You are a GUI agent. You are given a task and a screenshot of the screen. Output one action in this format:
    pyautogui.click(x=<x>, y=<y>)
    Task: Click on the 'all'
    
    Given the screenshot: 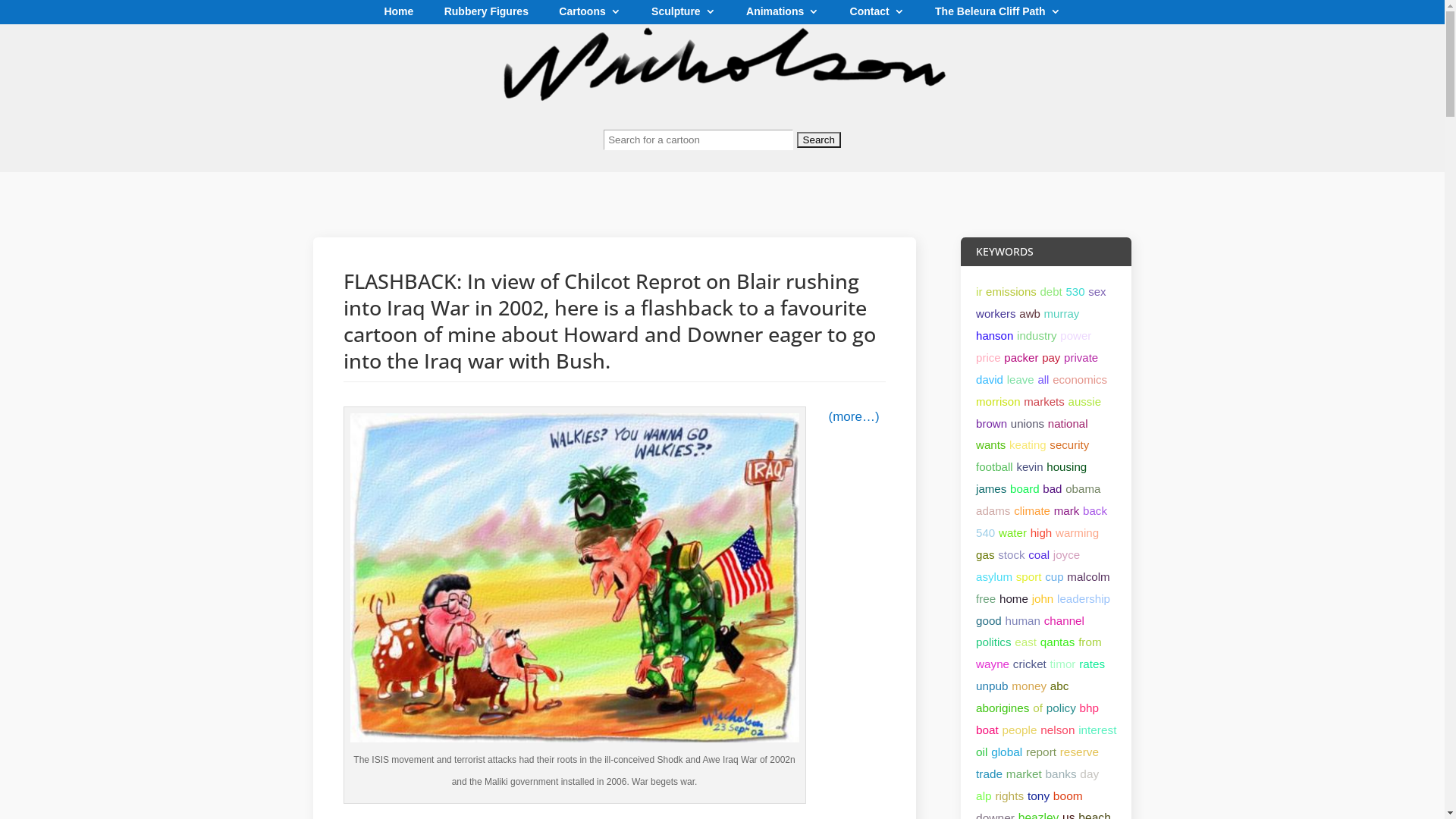 What is the action you would take?
    pyautogui.click(x=1037, y=378)
    